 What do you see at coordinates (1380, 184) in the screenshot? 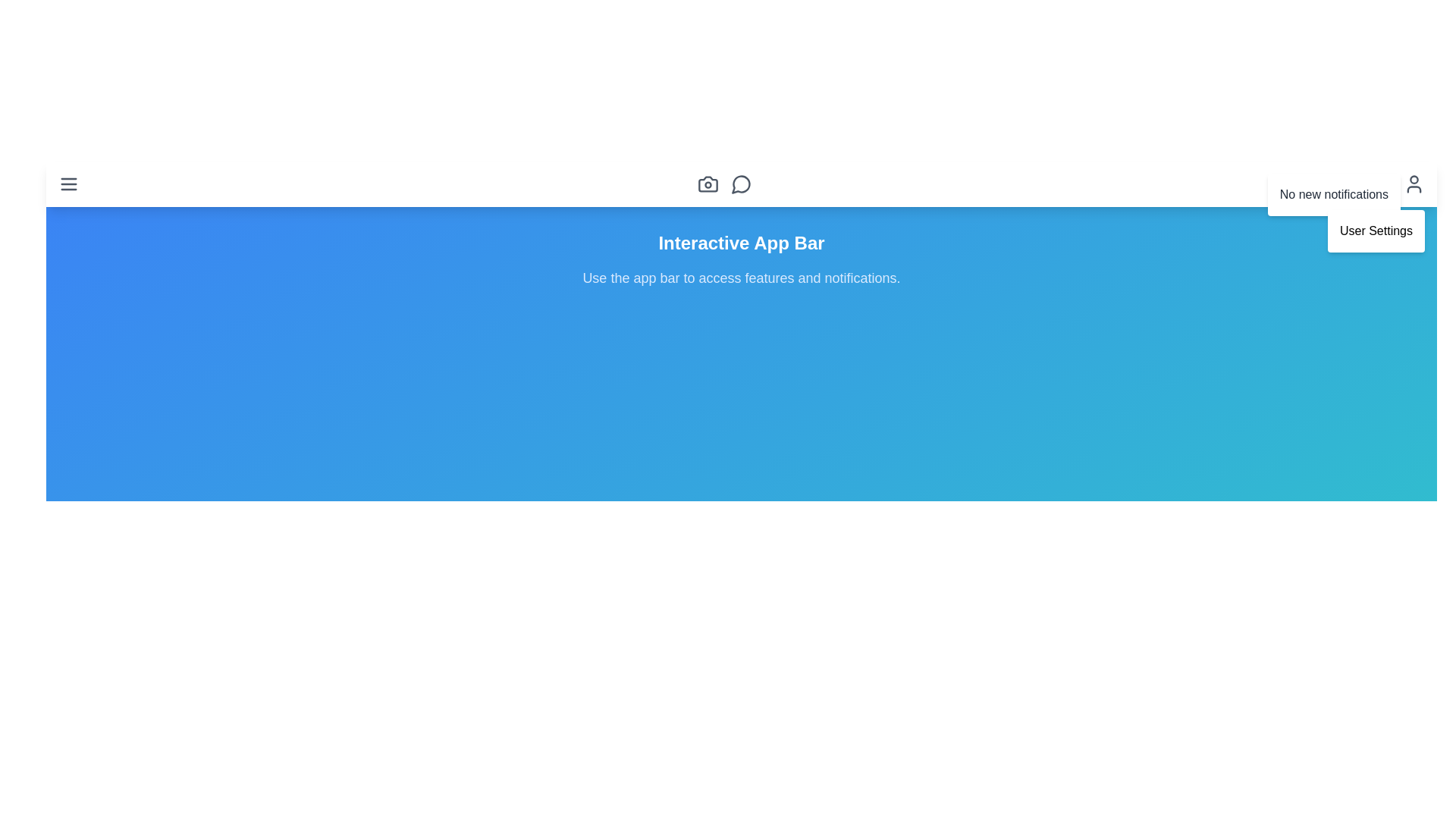
I see `the bell icon to toggle the visibility of the notifications panel` at bounding box center [1380, 184].